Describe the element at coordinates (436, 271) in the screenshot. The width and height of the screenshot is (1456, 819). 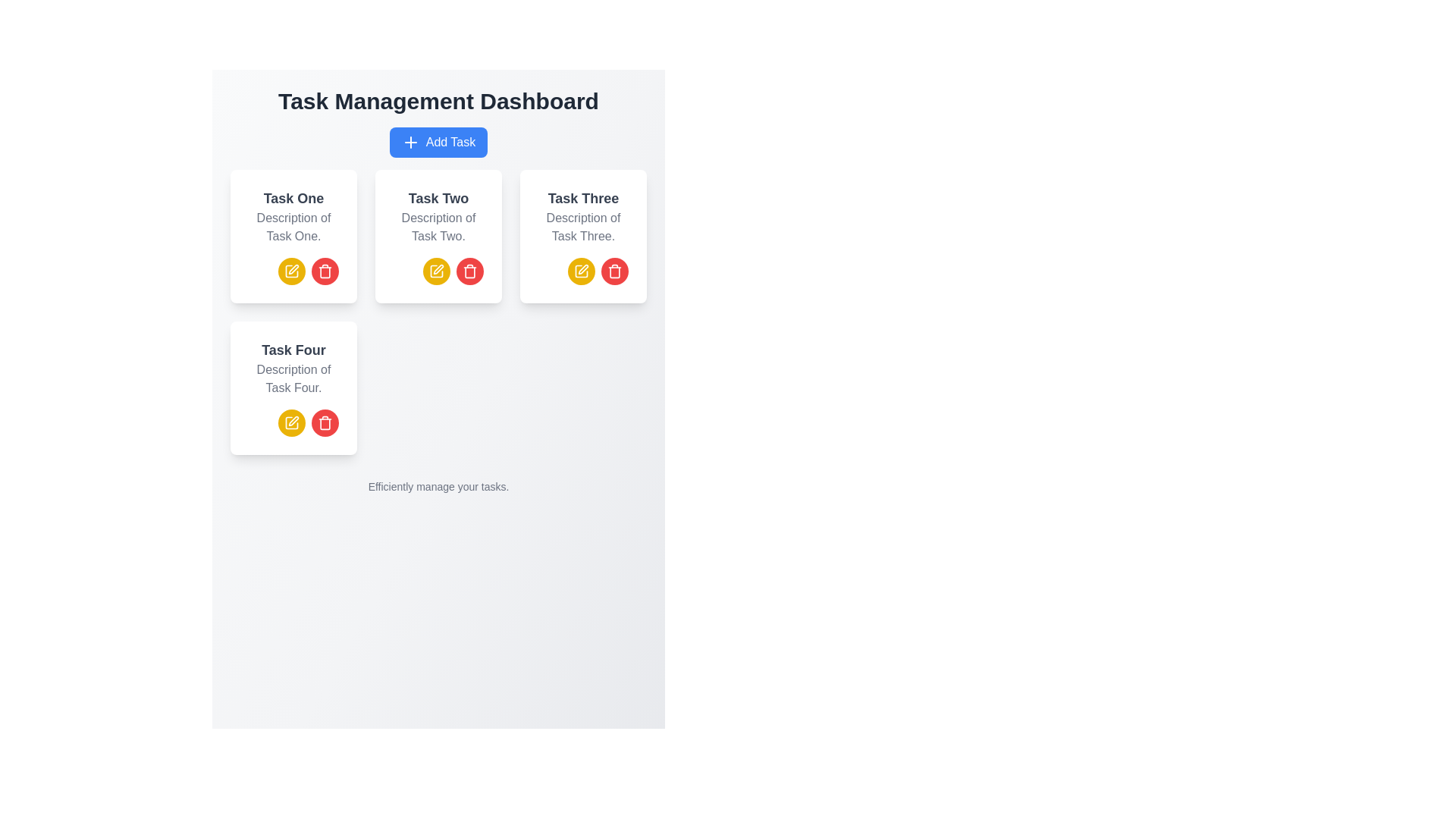
I see `the yellow edit button with a pen icon located at the bottom of the 'Task Two' card in the Task Management Dashboard to initiate editing` at that location.